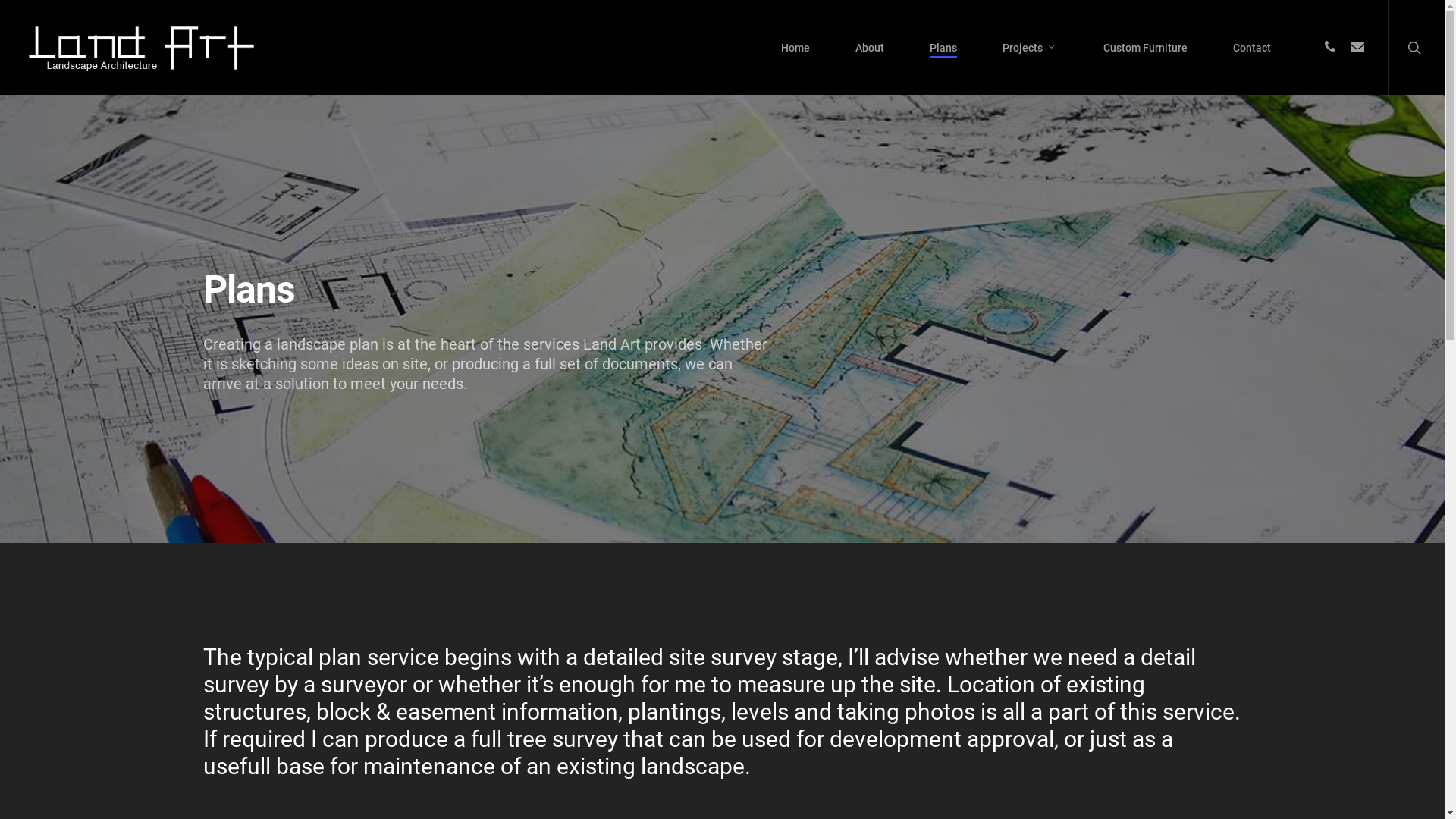  I want to click on 'About', so click(870, 46).